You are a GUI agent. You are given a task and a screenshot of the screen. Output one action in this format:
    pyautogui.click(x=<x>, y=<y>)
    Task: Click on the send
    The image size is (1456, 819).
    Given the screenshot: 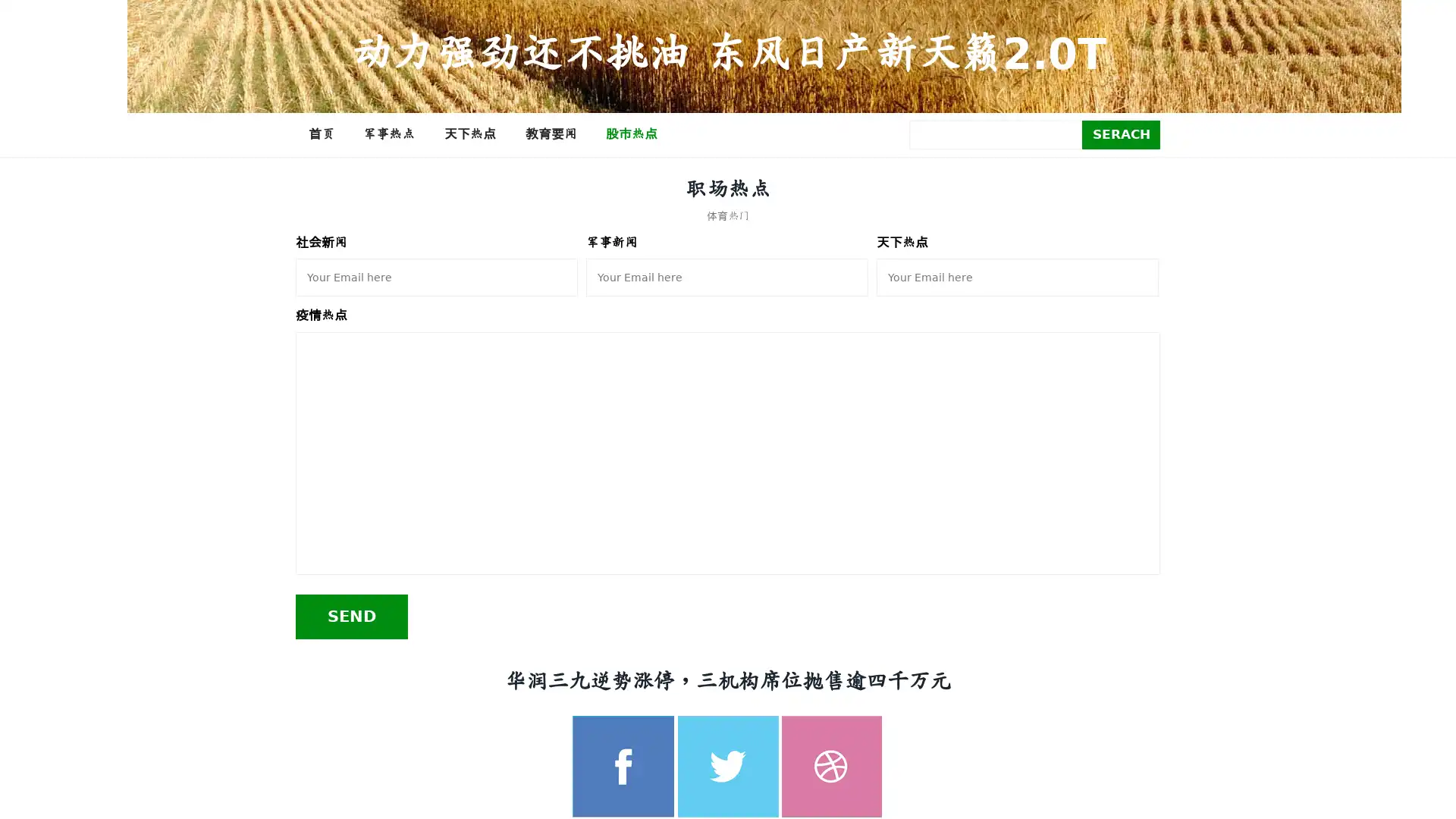 What is the action you would take?
    pyautogui.click(x=351, y=616)
    